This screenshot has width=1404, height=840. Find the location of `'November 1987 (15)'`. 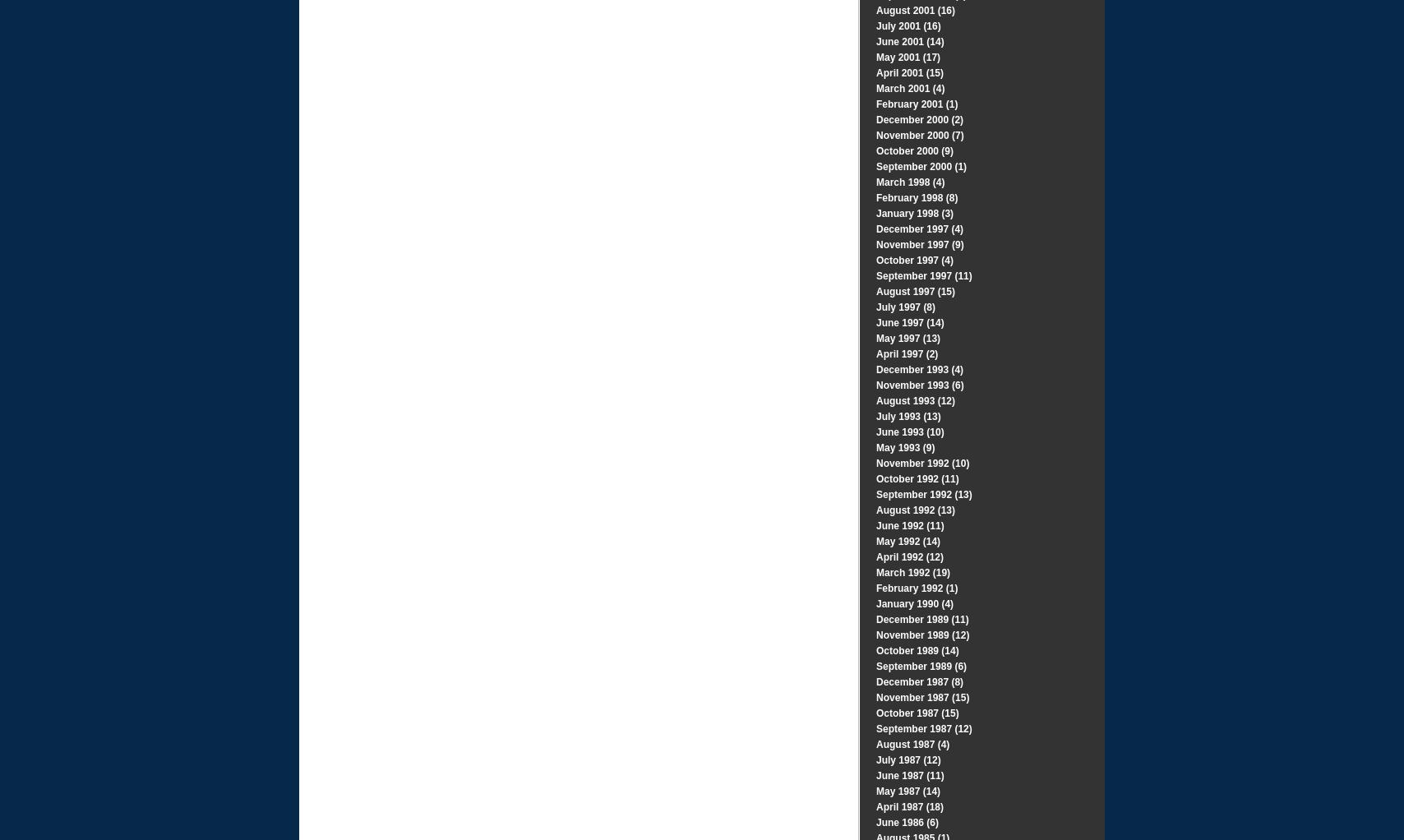

'November 1987 (15)' is located at coordinates (922, 697).